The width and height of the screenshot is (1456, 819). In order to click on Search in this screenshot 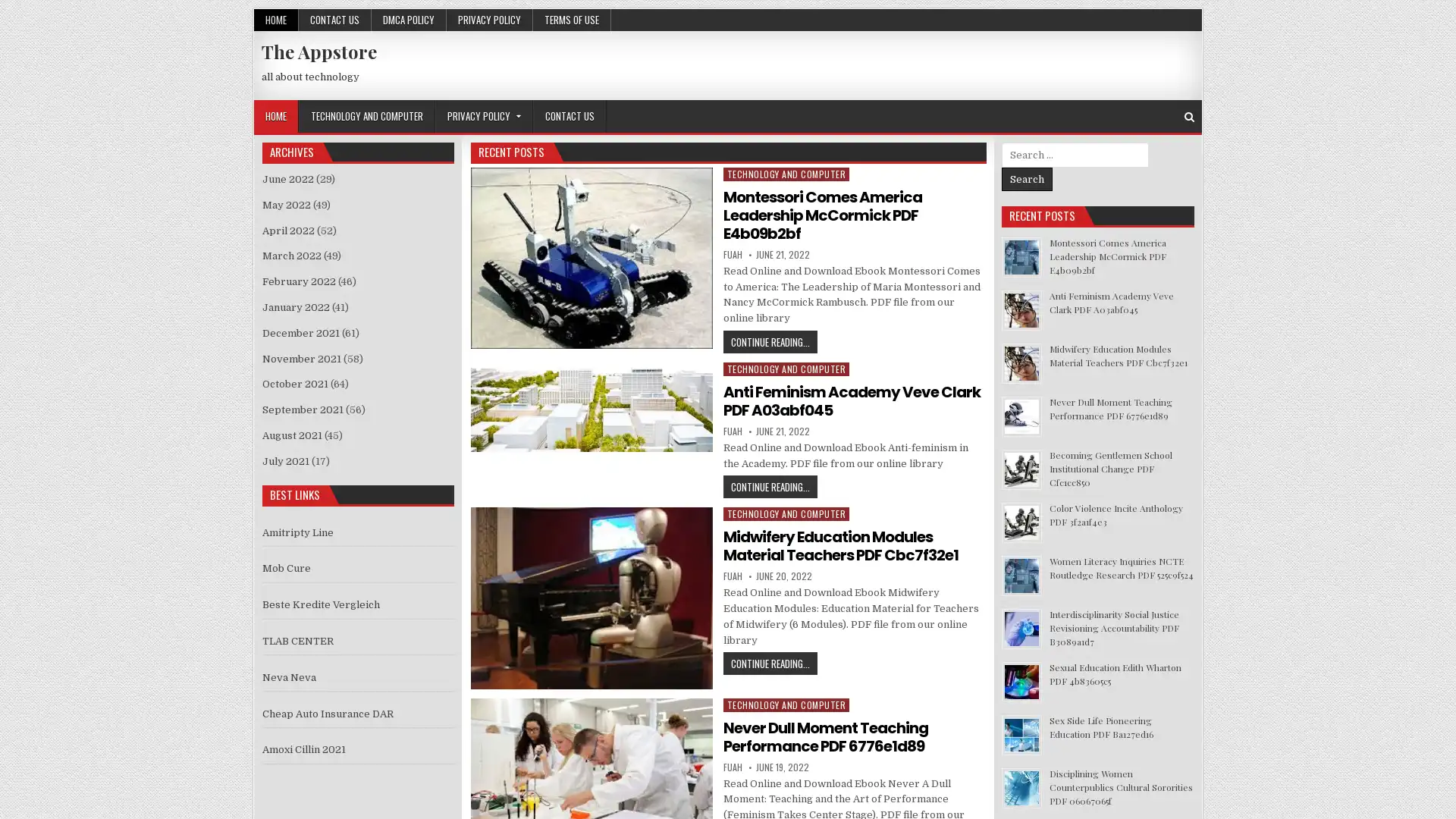, I will do `click(1027, 178)`.